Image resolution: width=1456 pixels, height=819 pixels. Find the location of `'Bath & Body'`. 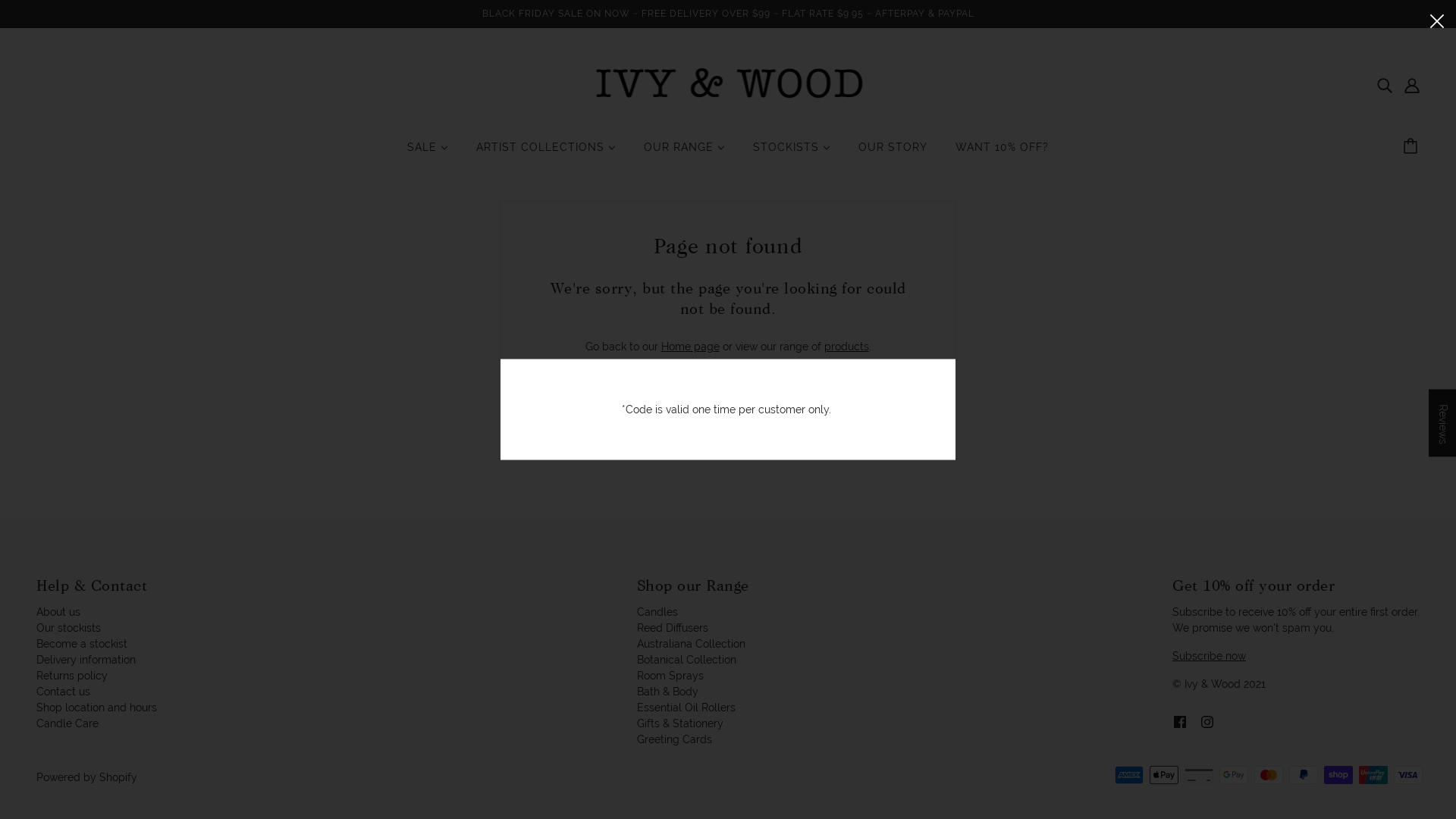

'Bath & Body' is located at coordinates (667, 691).